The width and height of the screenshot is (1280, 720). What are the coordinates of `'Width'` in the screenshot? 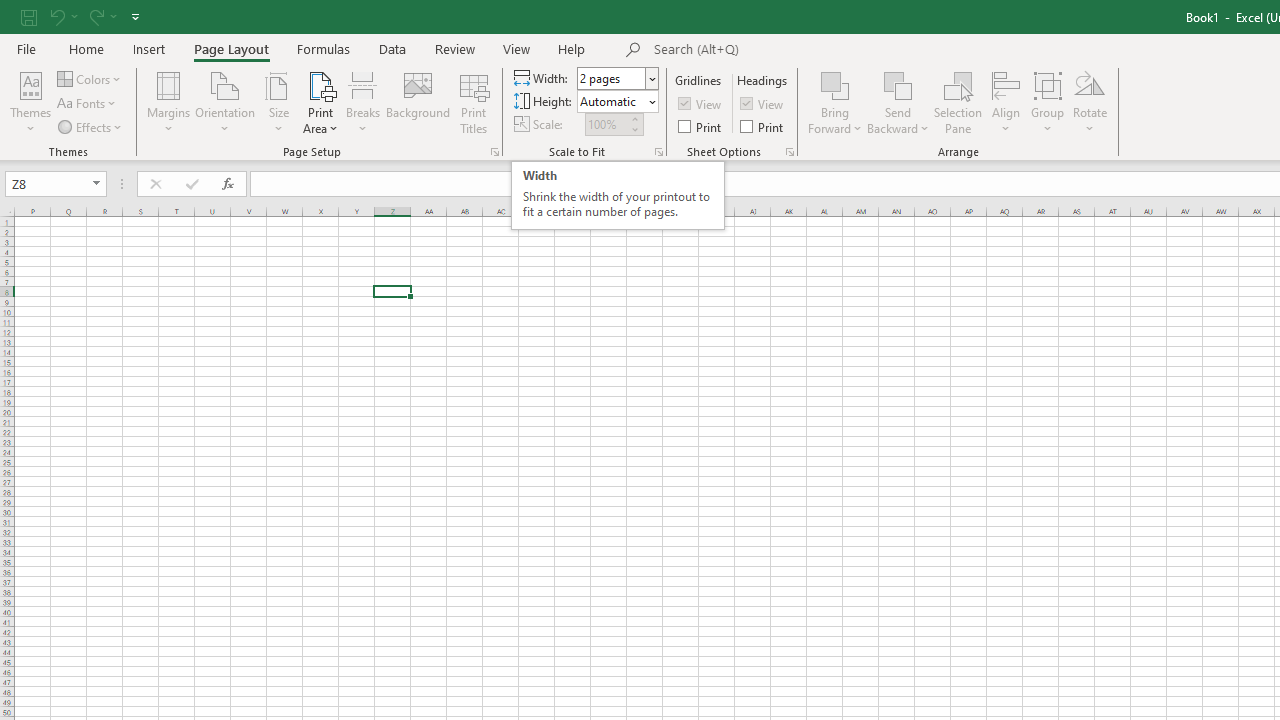 It's located at (617, 77).